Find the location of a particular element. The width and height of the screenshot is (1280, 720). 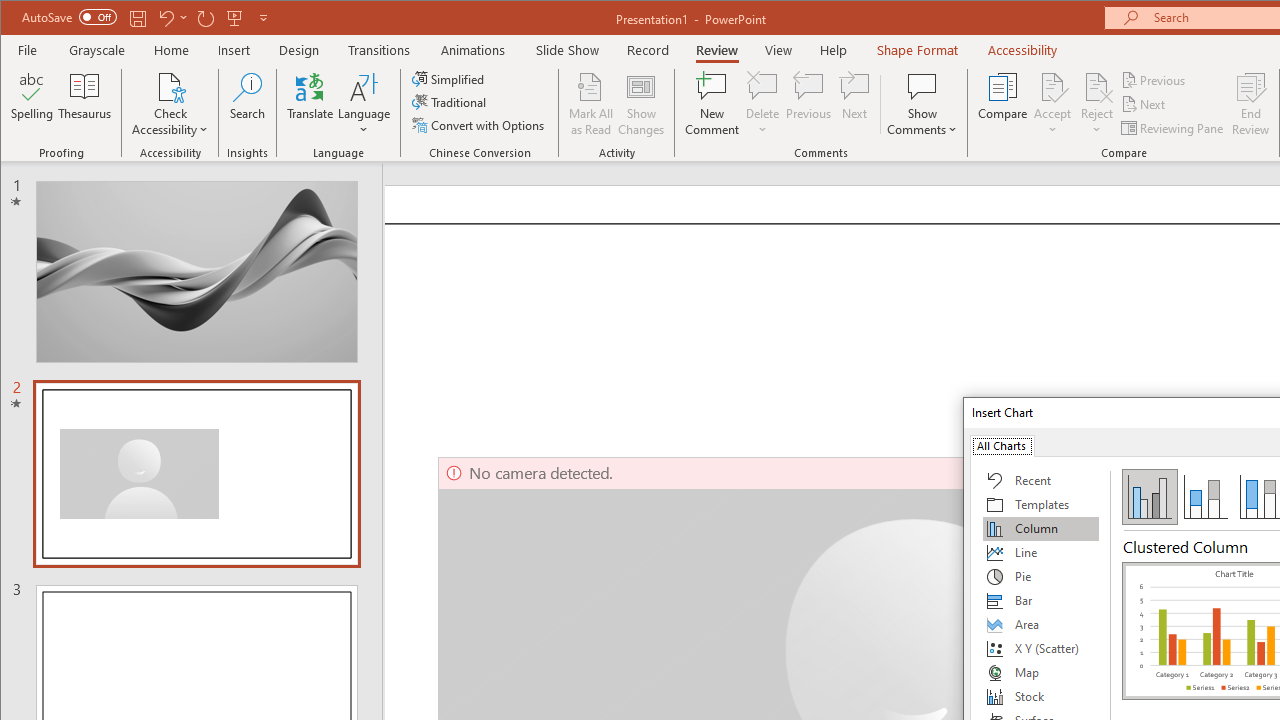

'Previous' is located at coordinates (1154, 79).